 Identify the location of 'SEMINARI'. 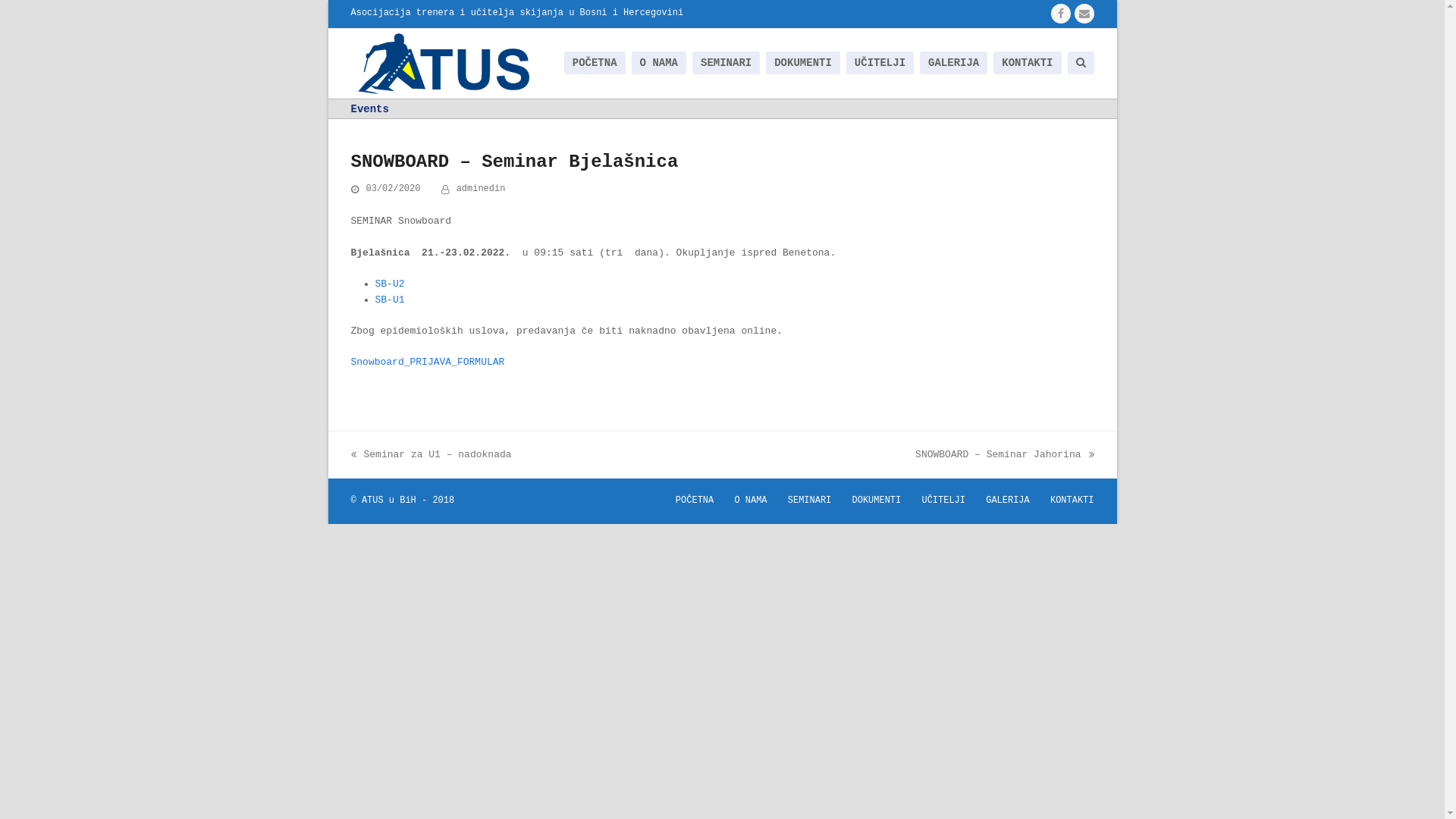
(809, 500).